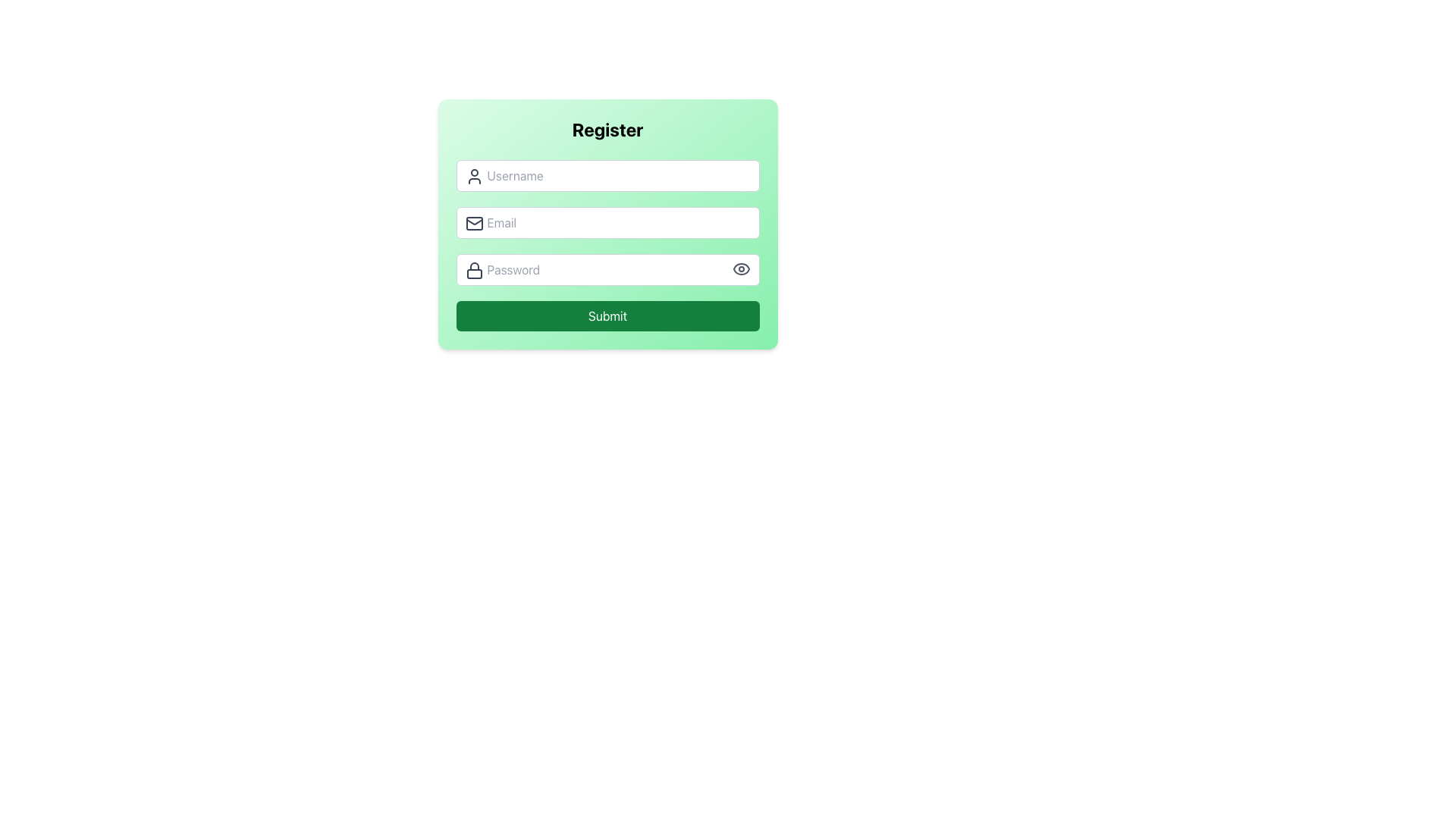 The height and width of the screenshot is (819, 1456). Describe the element at coordinates (741, 268) in the screenshot. I see `the button at the far right end of the password input field` at that location.